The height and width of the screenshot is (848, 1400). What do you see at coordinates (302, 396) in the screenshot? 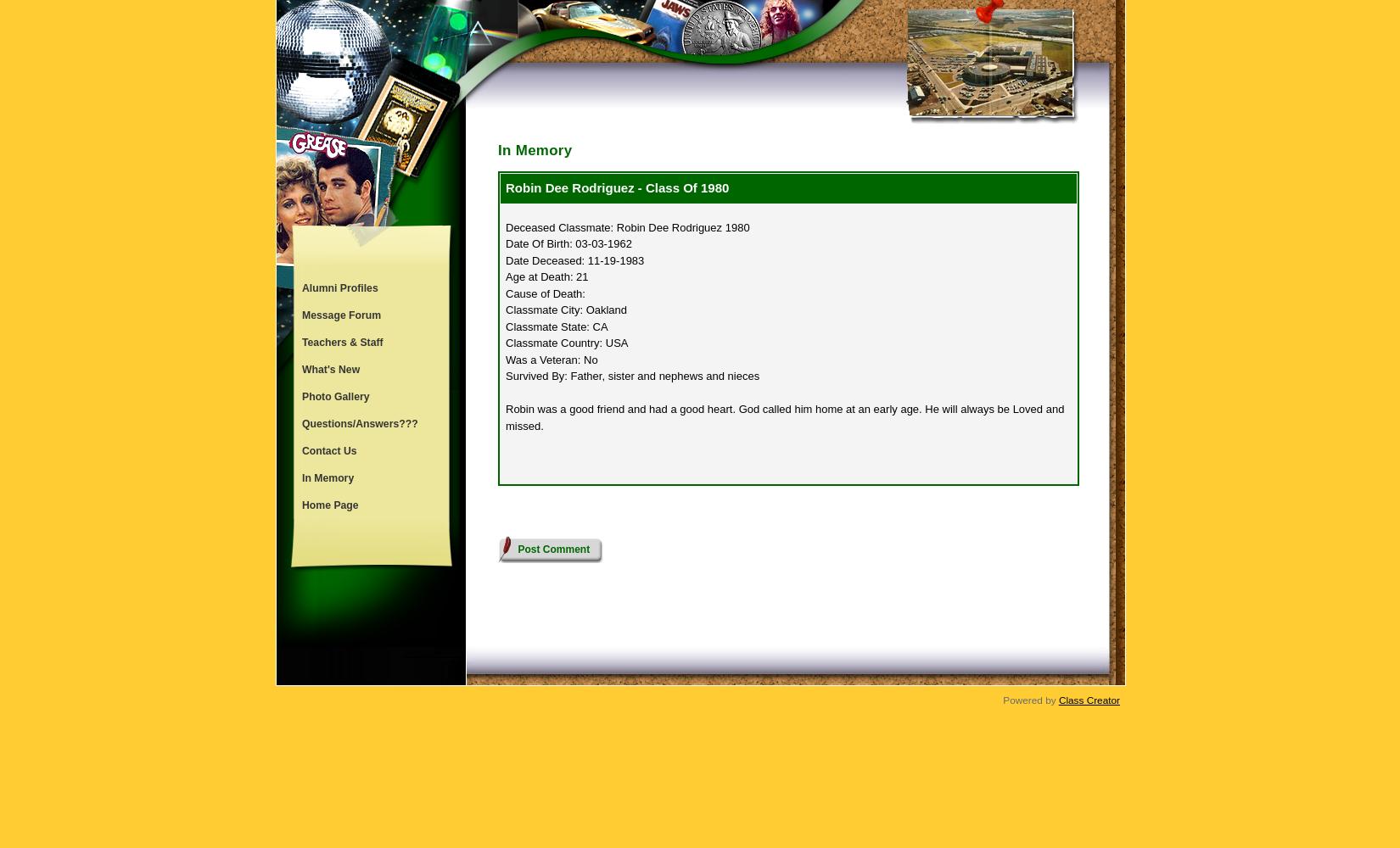
I see `'Photo Gallery'` at bounding box center [302, 396].